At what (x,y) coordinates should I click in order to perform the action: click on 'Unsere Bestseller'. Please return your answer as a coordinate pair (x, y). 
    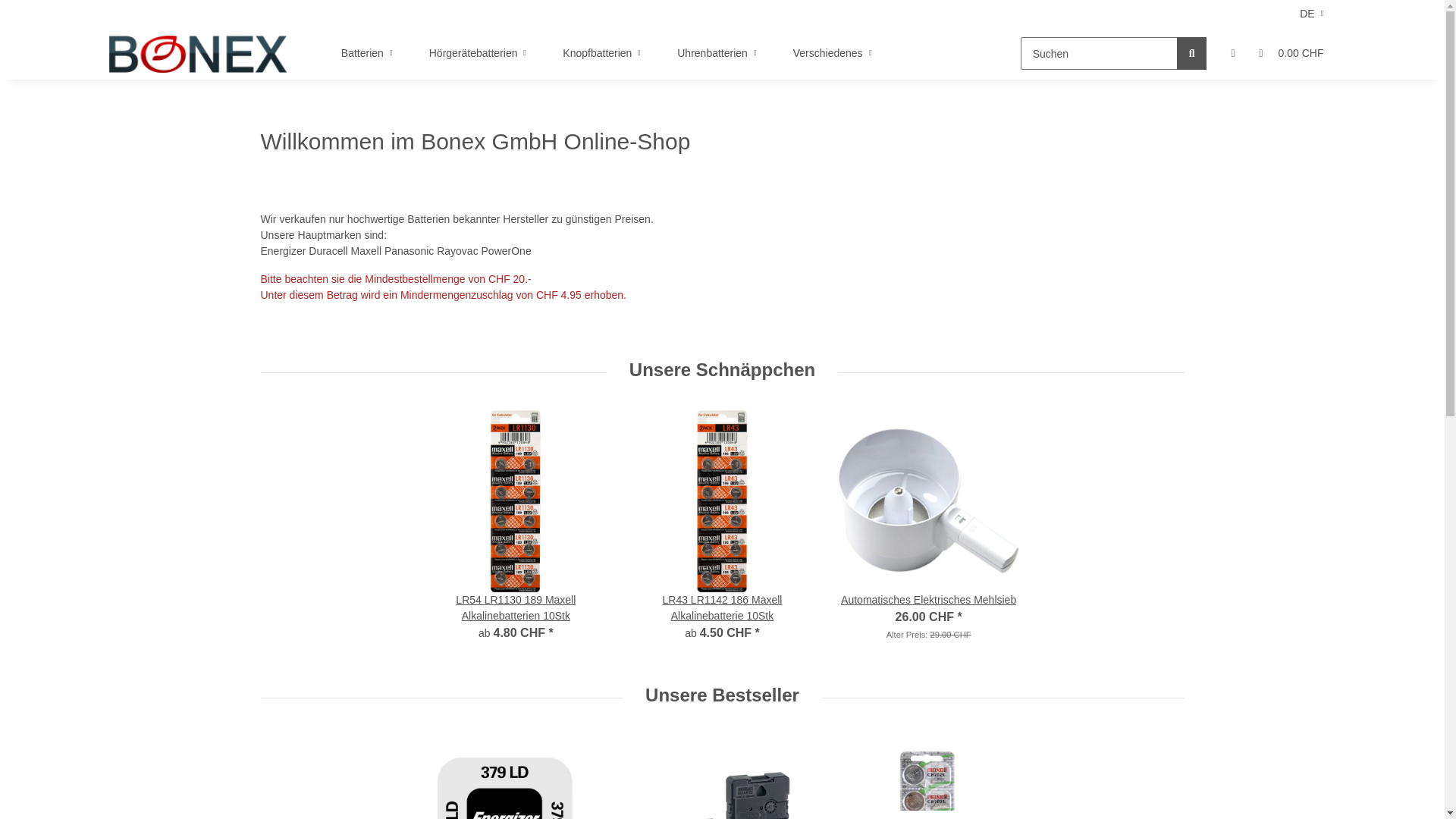
    Looking at the image, I should click on (721, 698).